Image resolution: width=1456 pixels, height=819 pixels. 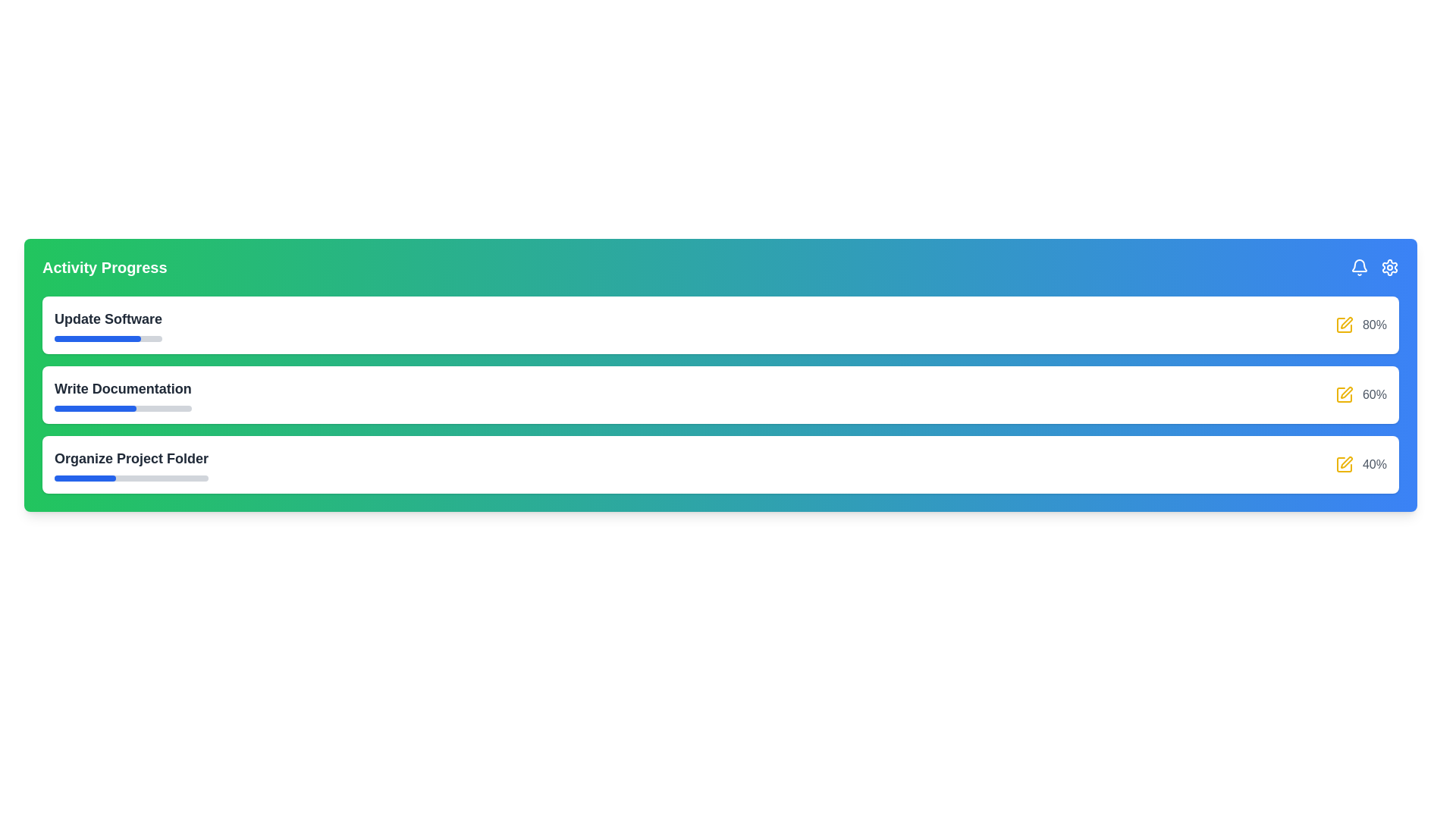 I want to click on the yellow square icon with a pen overlay next to the '80%' progress indicator, so click(x=1361, y=324).